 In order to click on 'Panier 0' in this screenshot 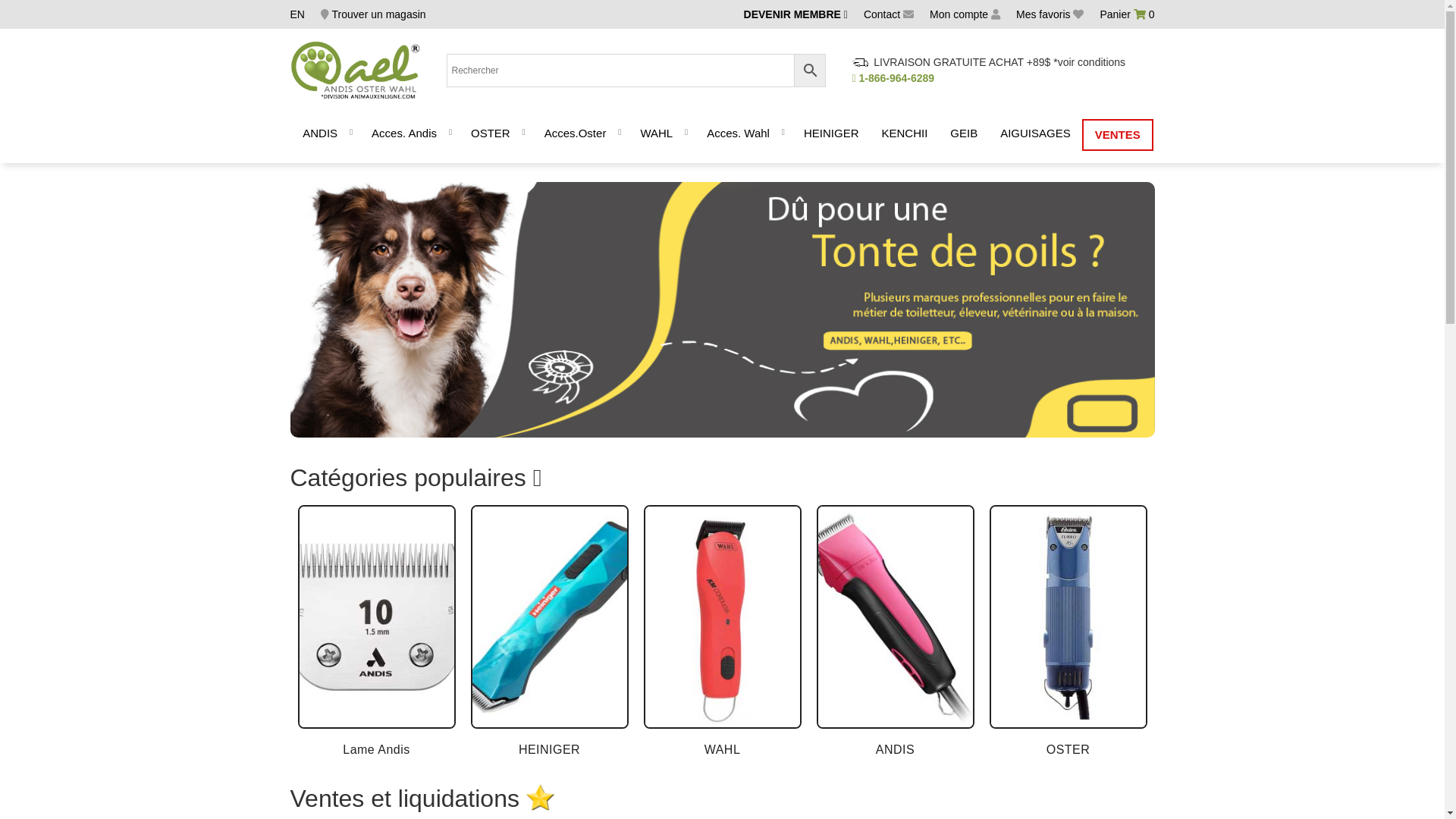, I will do `click(1127, 14)`.